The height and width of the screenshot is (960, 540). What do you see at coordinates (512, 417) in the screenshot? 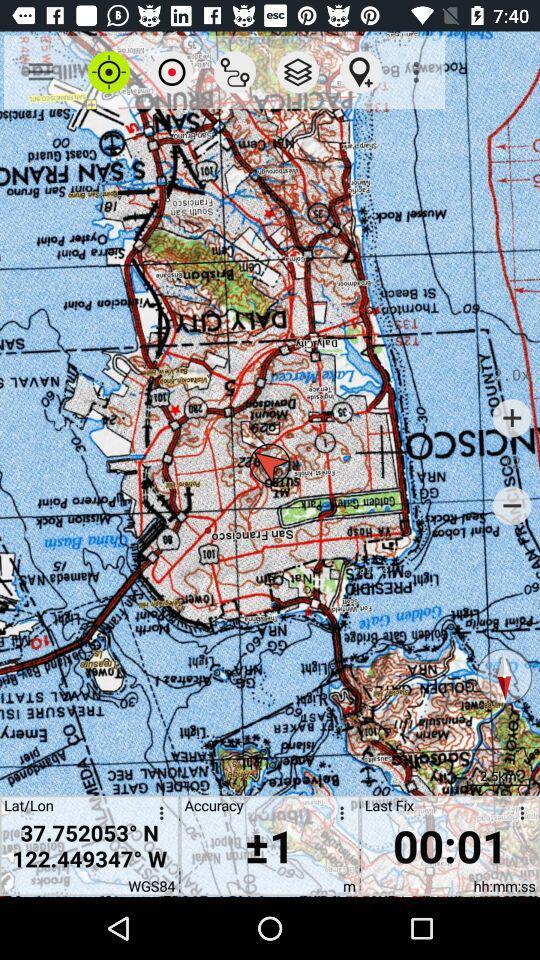
I see `item above the 12` at bounding box center [512, 417].